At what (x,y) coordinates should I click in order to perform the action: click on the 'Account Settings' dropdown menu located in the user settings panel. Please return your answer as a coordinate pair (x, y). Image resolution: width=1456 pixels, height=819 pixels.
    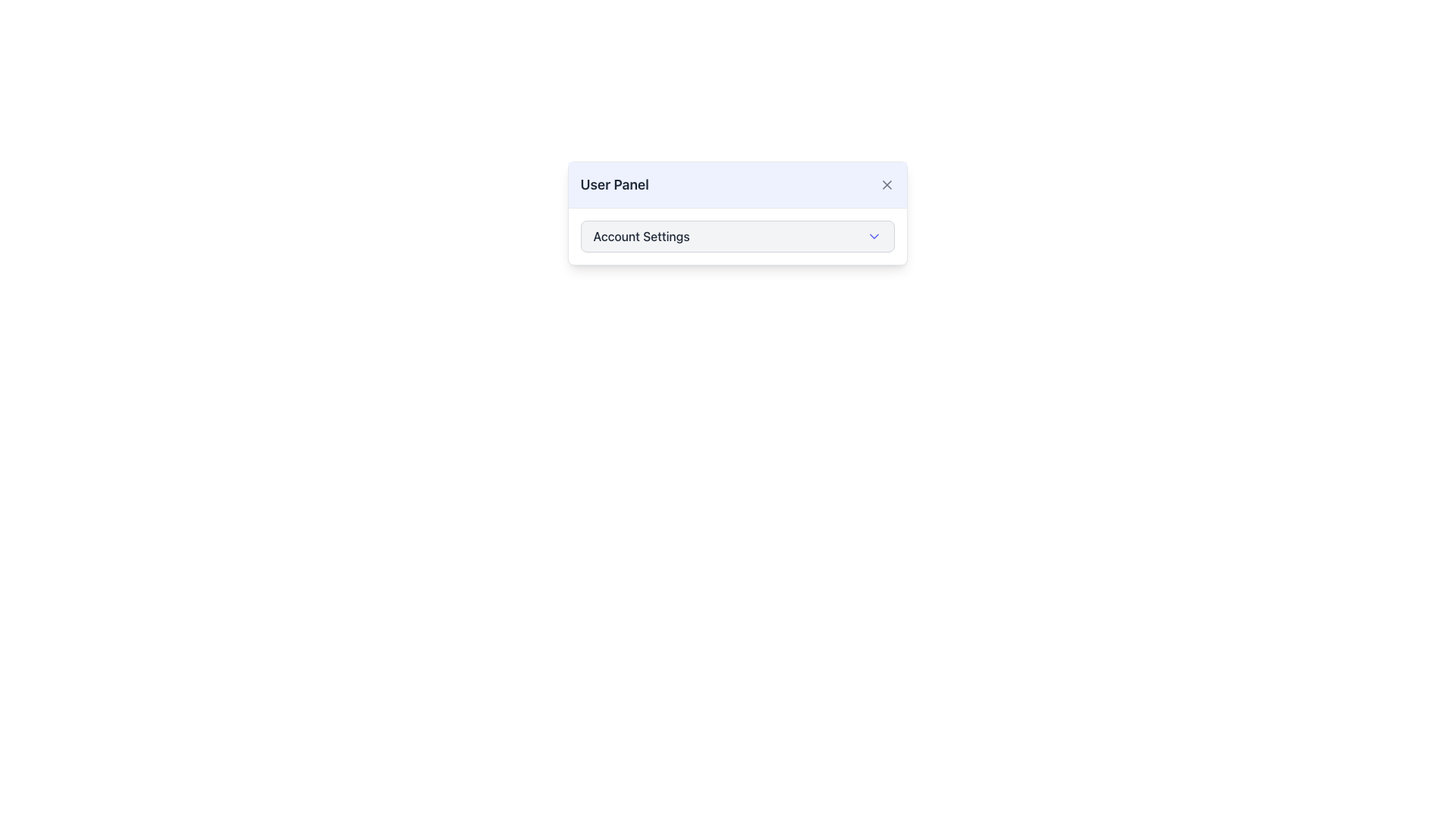
    Looking at the image, I should click on (737, 213).